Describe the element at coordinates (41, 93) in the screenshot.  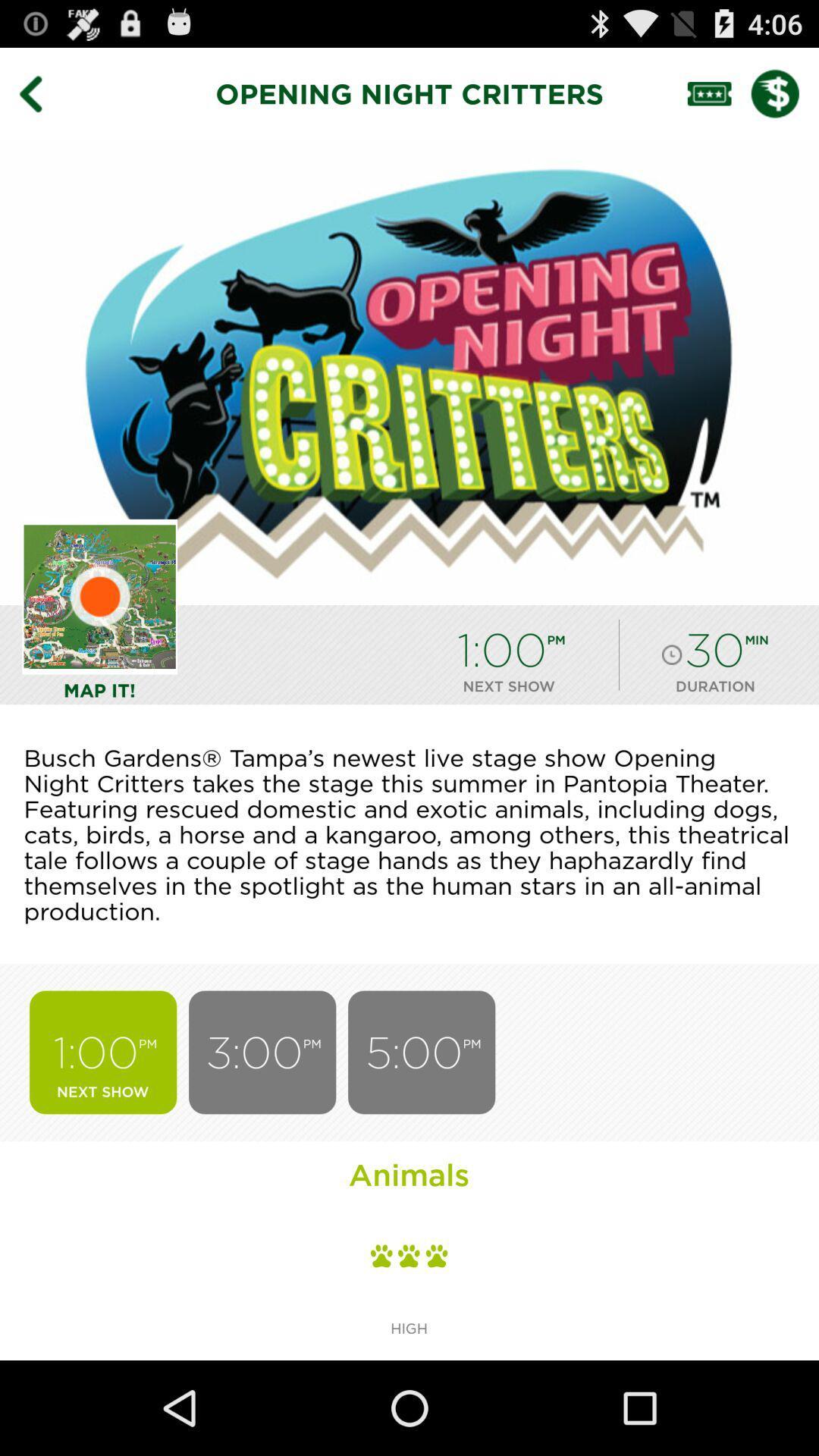
I see `previous` at that location.